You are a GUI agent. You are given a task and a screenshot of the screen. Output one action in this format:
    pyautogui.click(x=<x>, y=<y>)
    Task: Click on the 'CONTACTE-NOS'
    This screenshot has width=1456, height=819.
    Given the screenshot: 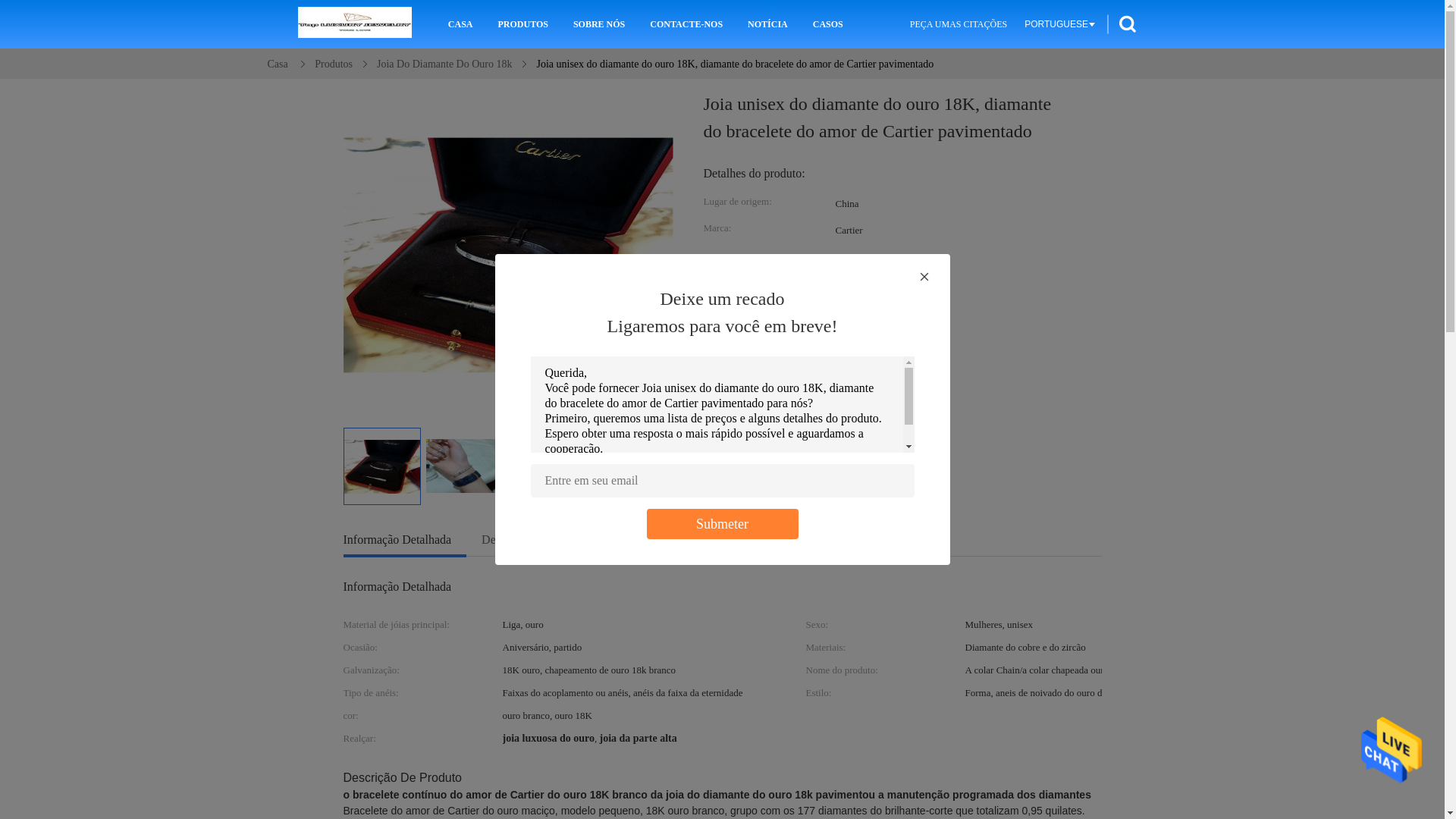 What is the action you would take?
    pyautogui.click(x=645, y=24)
    